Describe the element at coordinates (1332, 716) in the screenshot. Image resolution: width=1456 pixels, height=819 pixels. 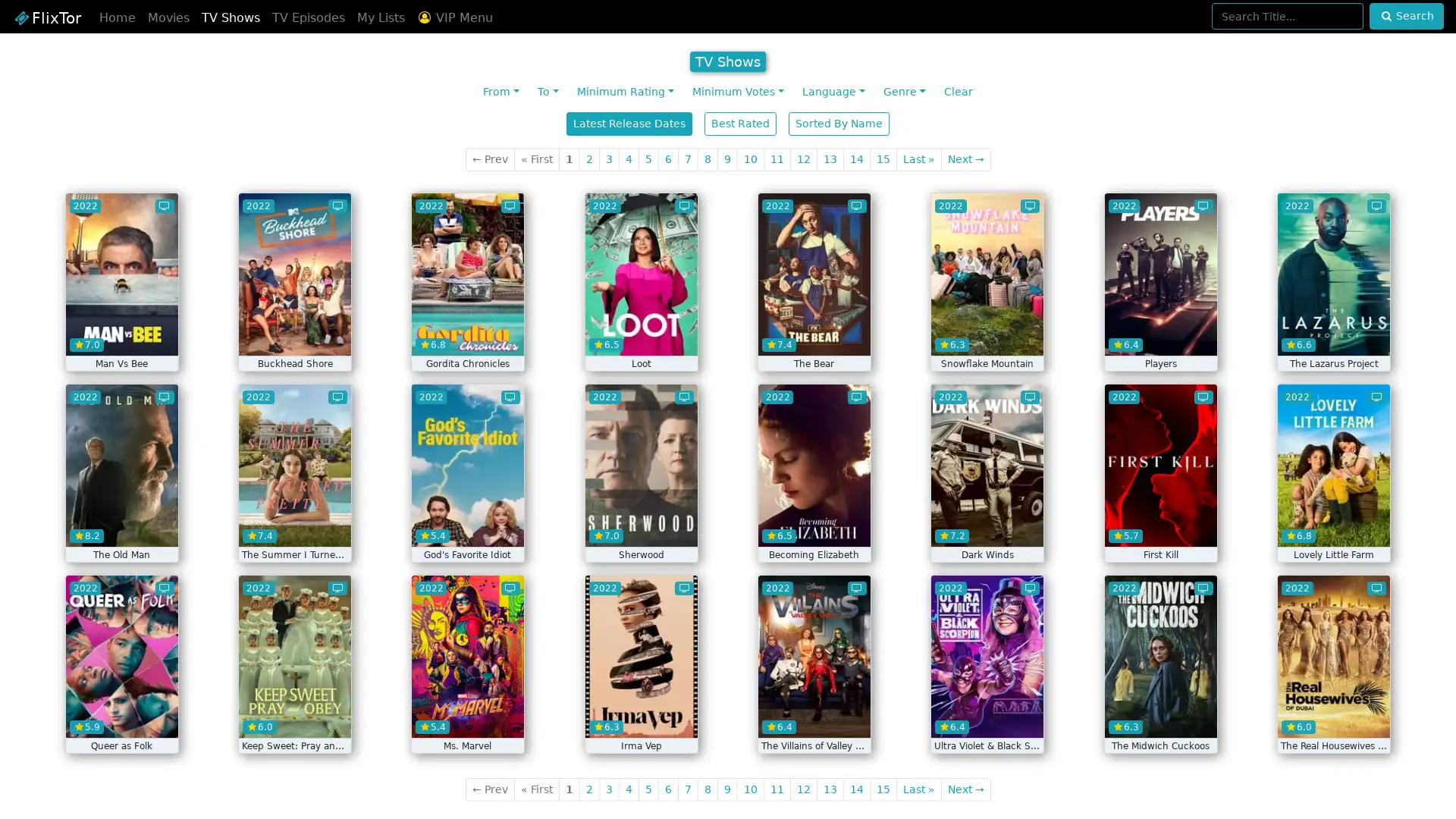
I see `Watch Now` at that location.